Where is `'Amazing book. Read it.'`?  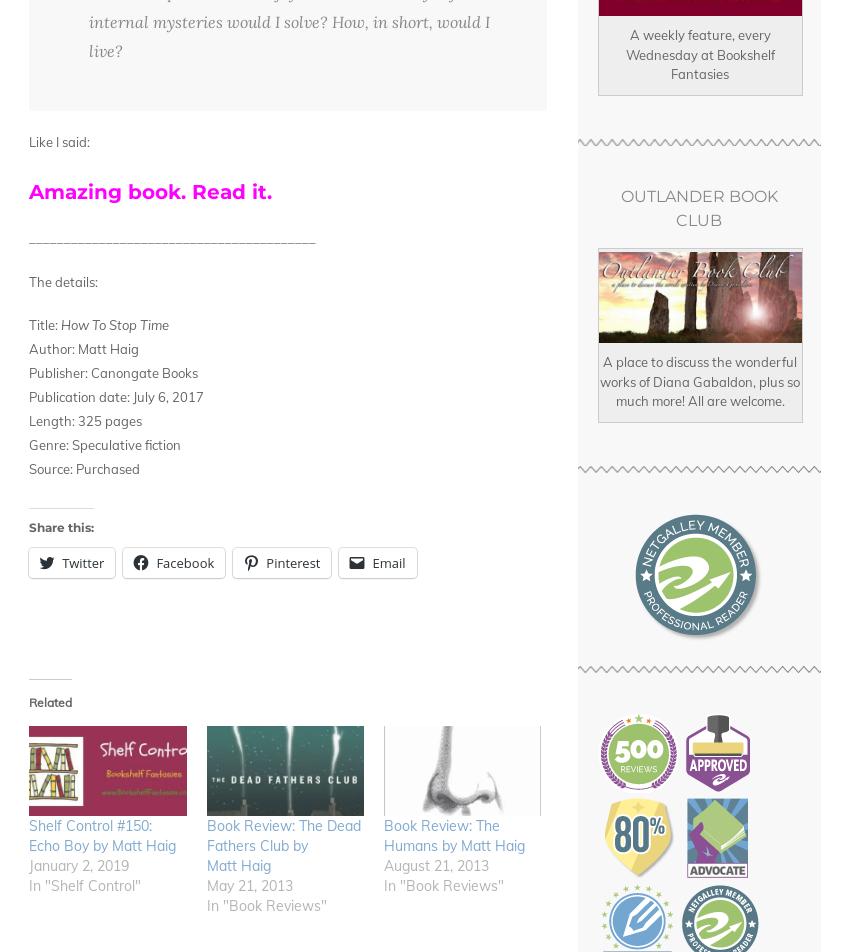
'Amazing book. Read it.' is located at coordinates (150, 192).